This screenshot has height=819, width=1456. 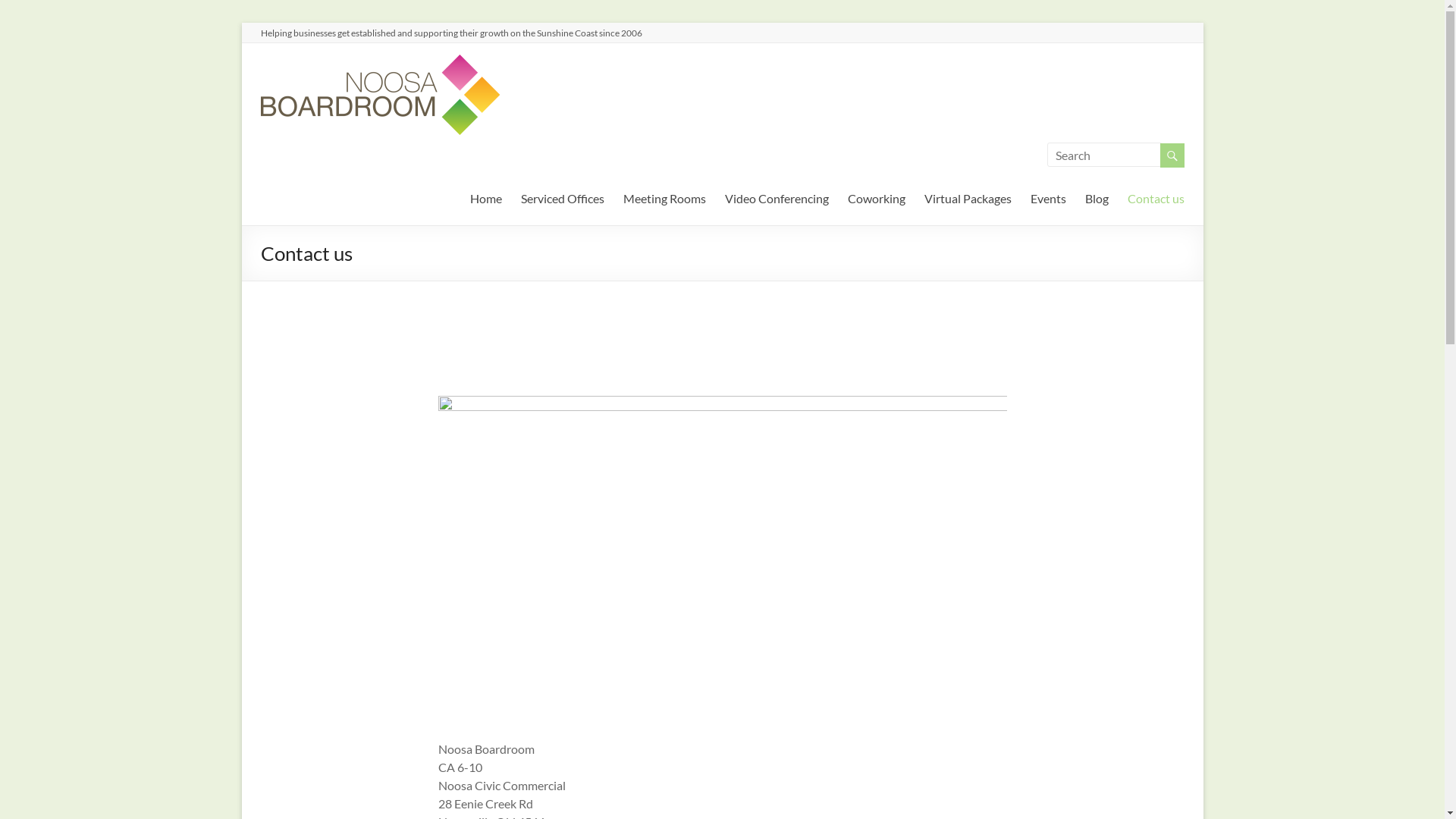 What do you see at coordinates (1154, 195) in the screenshot?
I see `'Contact us'` at bounding box center [1154, 195].